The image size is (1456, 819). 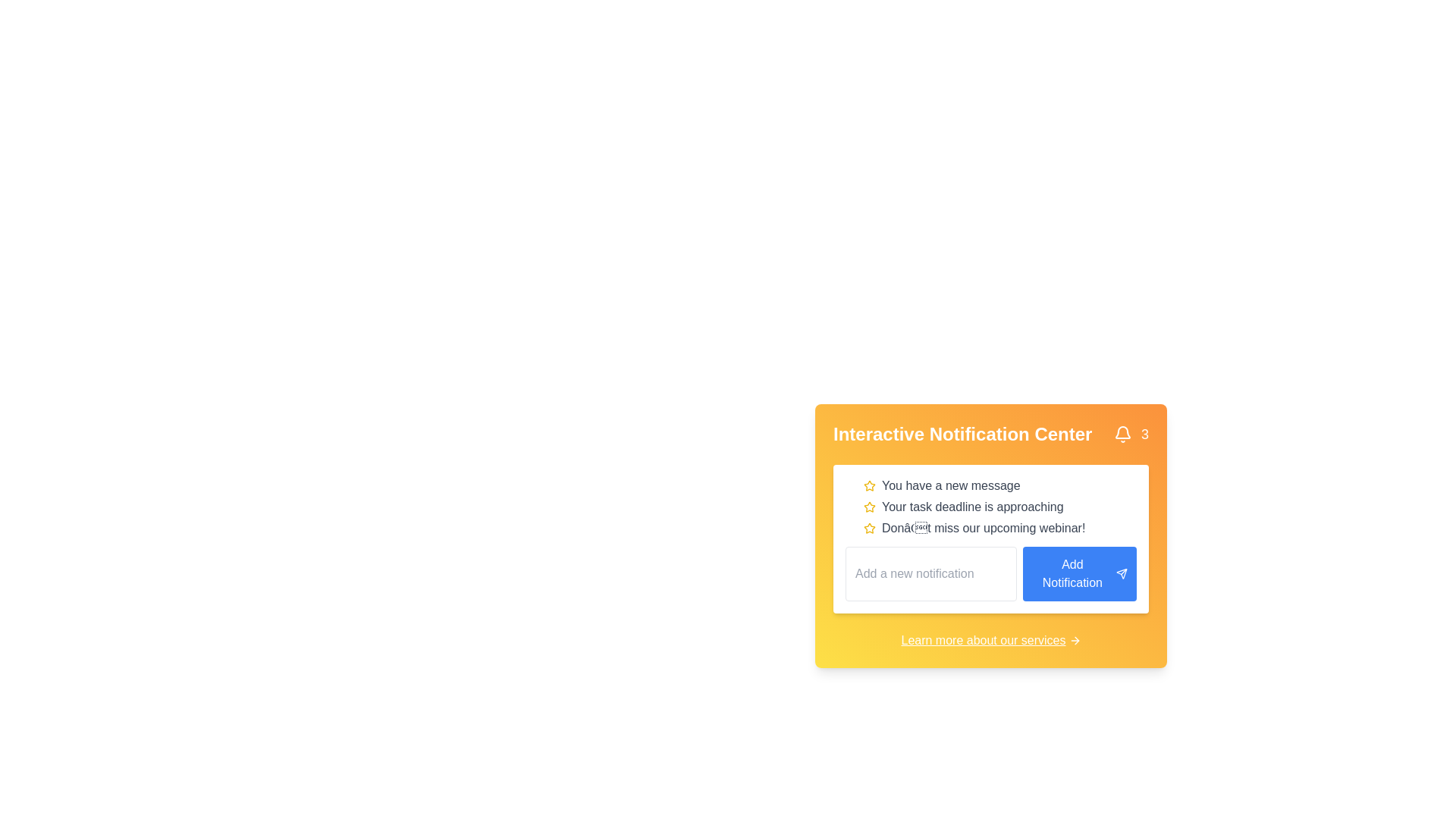 I want to click on notification message from the second Label with icon in the notification panel, which conveys information about an upcoming task deadline, so click(x=1000, y=507).